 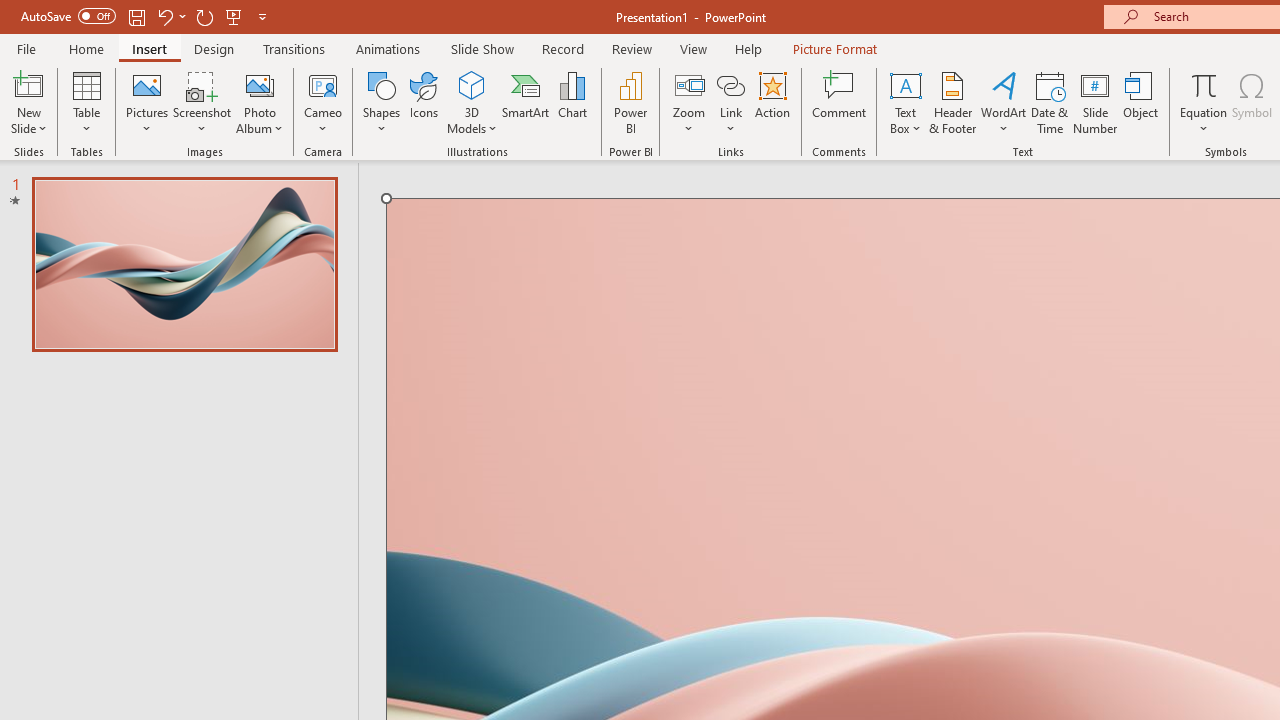 What do you see at coordinates (86, 103) in the screenshot?
I see `'Table'` at bounding box center [86, 103].